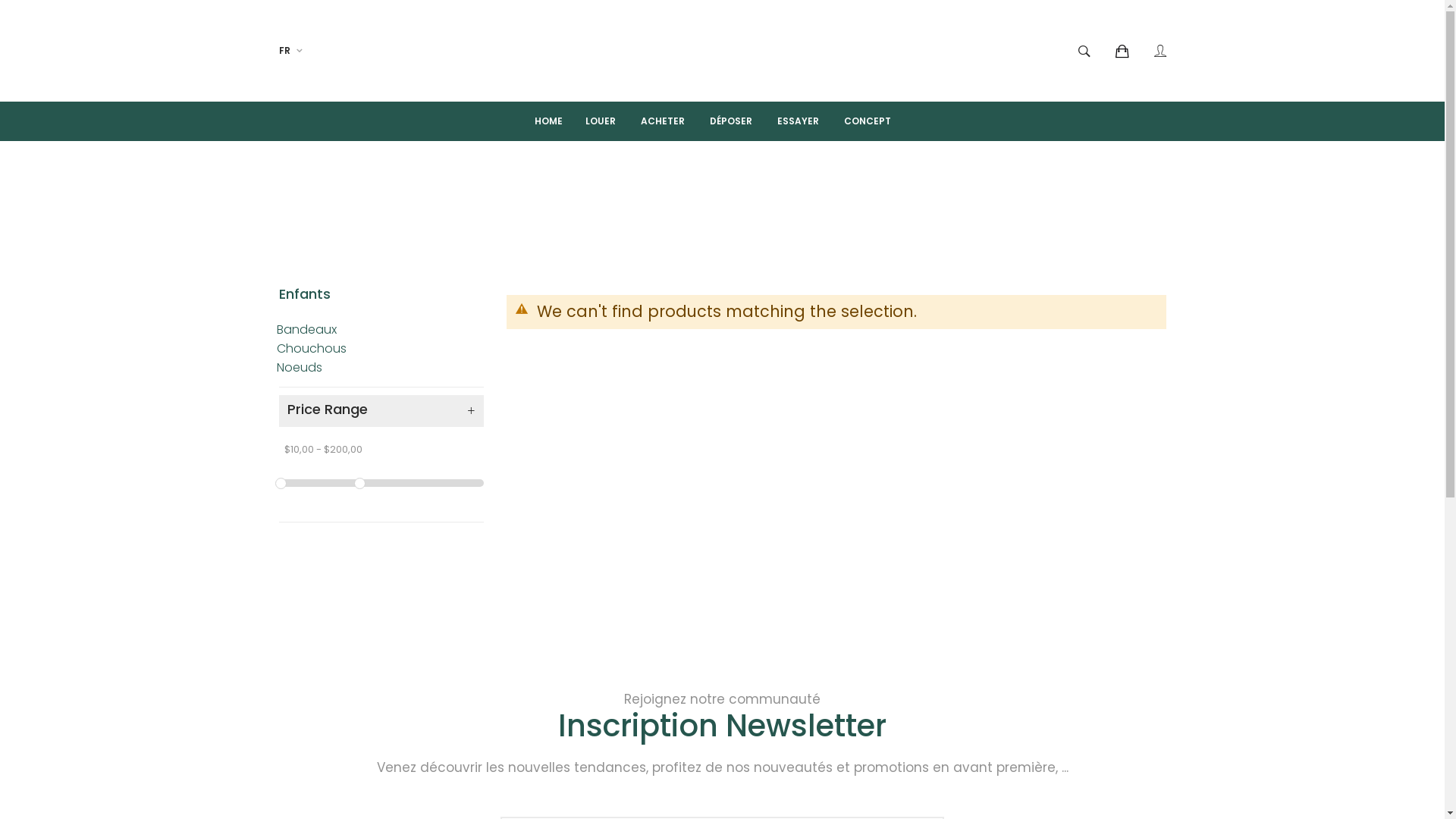 Image resolution: width=1456 pixels, height=819 pixels. What do you see at coordinates (722, 49) in the screenshot?
I see `'BeCoquette'` at bounding box center [722, 49].